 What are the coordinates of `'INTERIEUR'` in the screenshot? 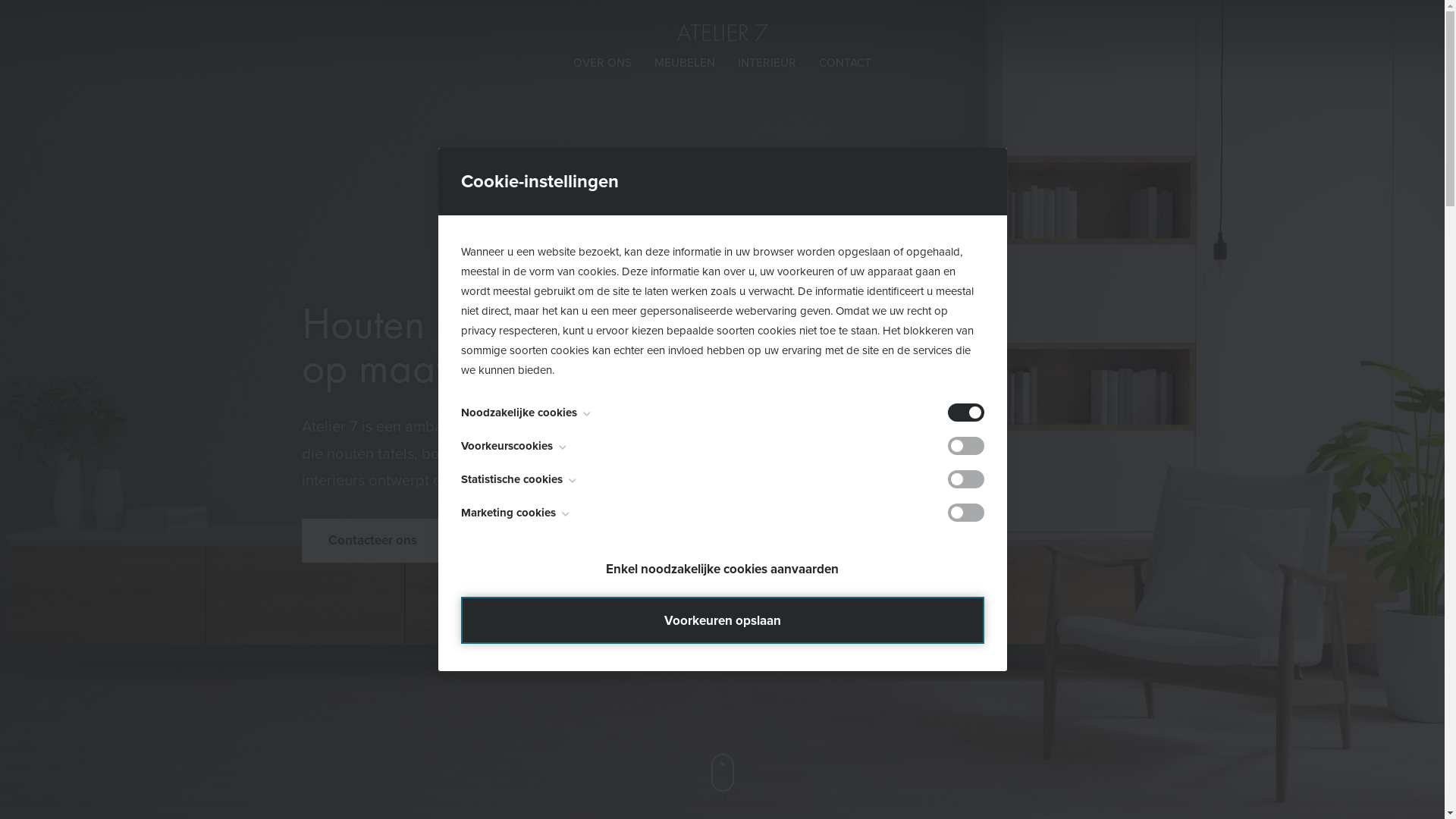 It's located at (738, 62).